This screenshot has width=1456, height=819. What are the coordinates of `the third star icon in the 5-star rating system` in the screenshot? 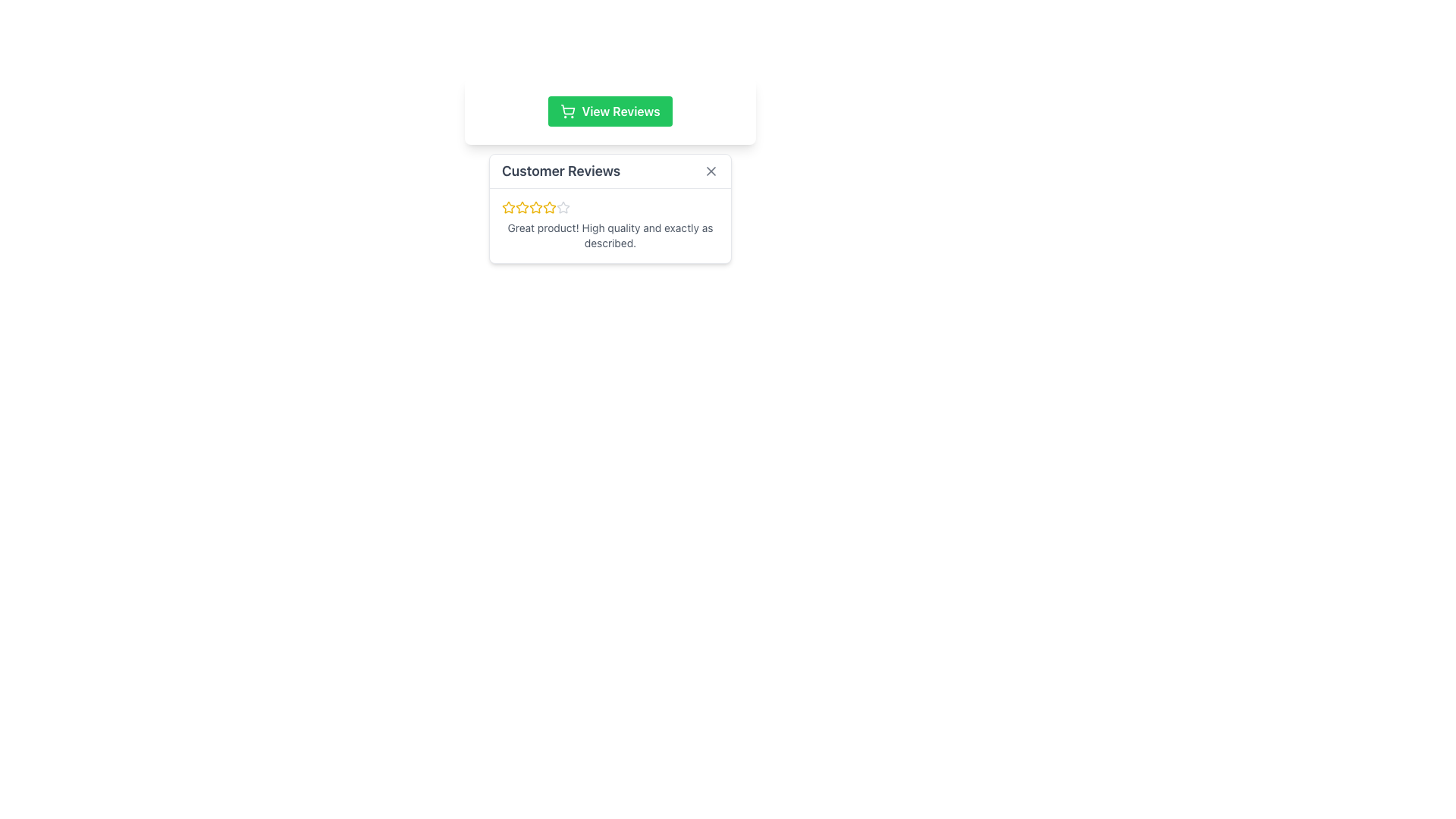 It's located at (522, 207).